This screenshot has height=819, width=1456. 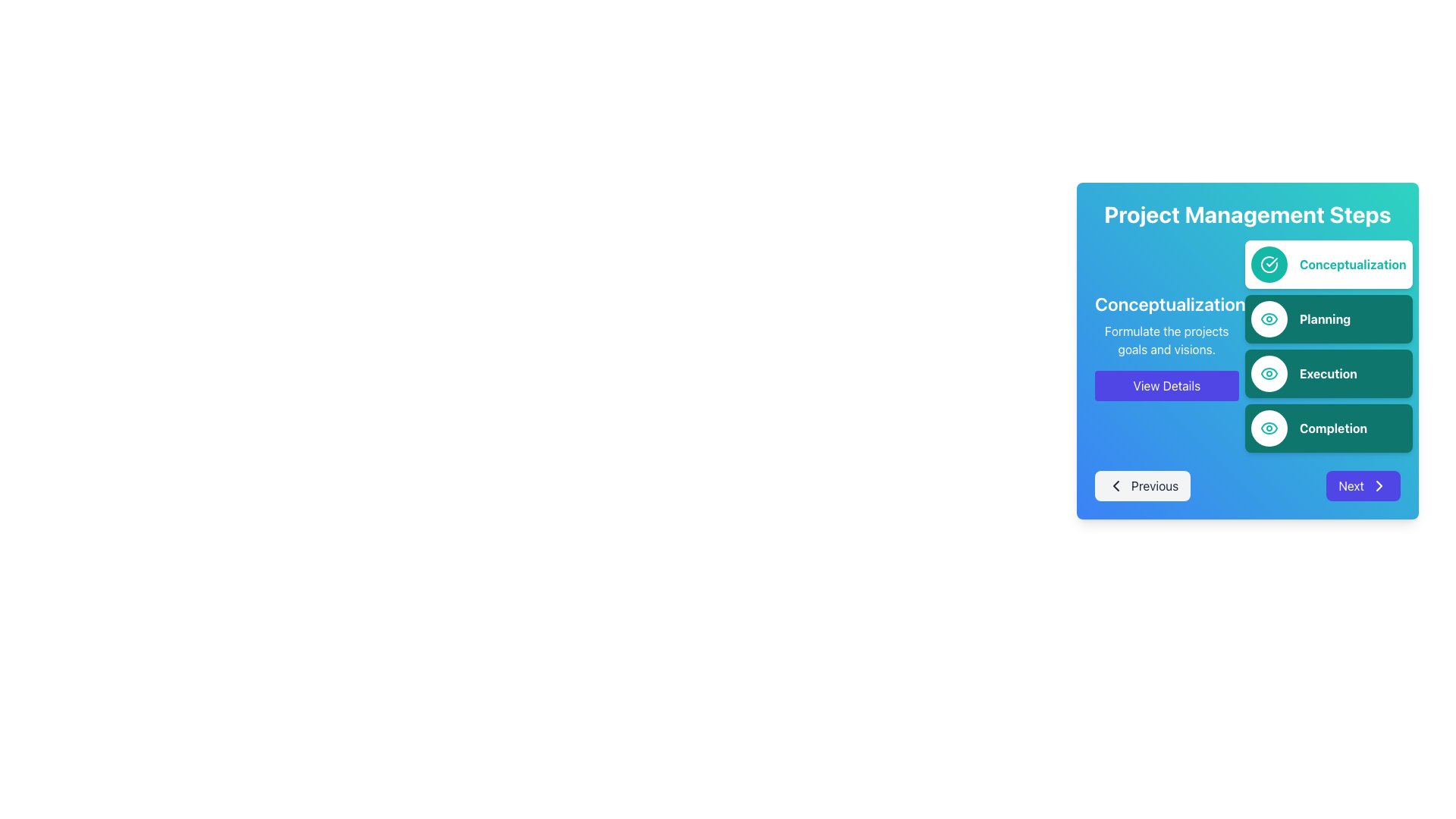 What do you see at coordinates (1269, 428) in the screenshot?
I see `the eye-shaped SVG icon outlined in teal, which is part of the fourth button labeled 'Completion' in the vertical button group on the right side of the interface` at bounding box center [1269, 428].